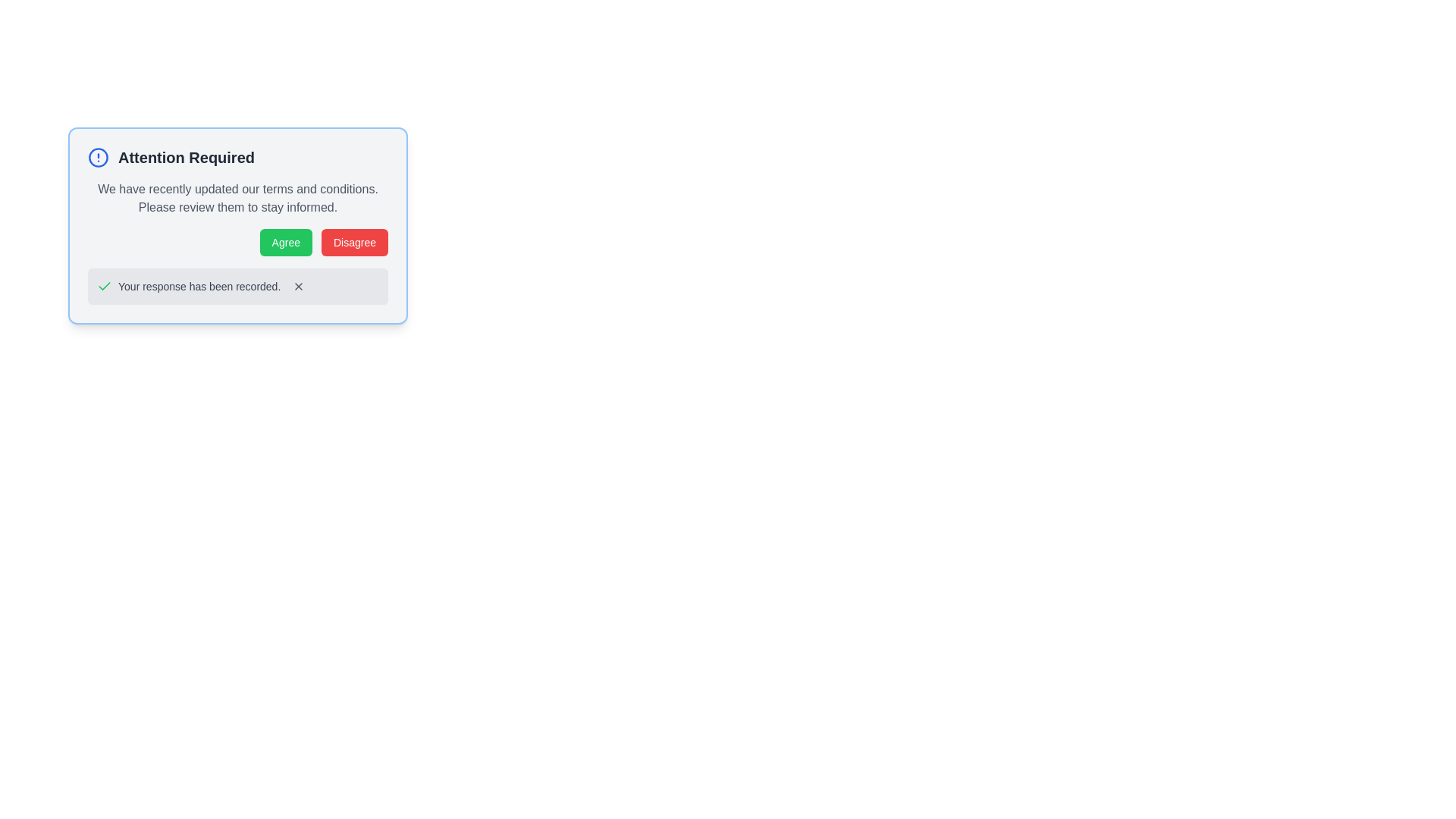  Describe the element at coordinates (353, 242) in the screenshot. I see `the rectangular button with a red background and white text that reads 'Disagree'` at that location.